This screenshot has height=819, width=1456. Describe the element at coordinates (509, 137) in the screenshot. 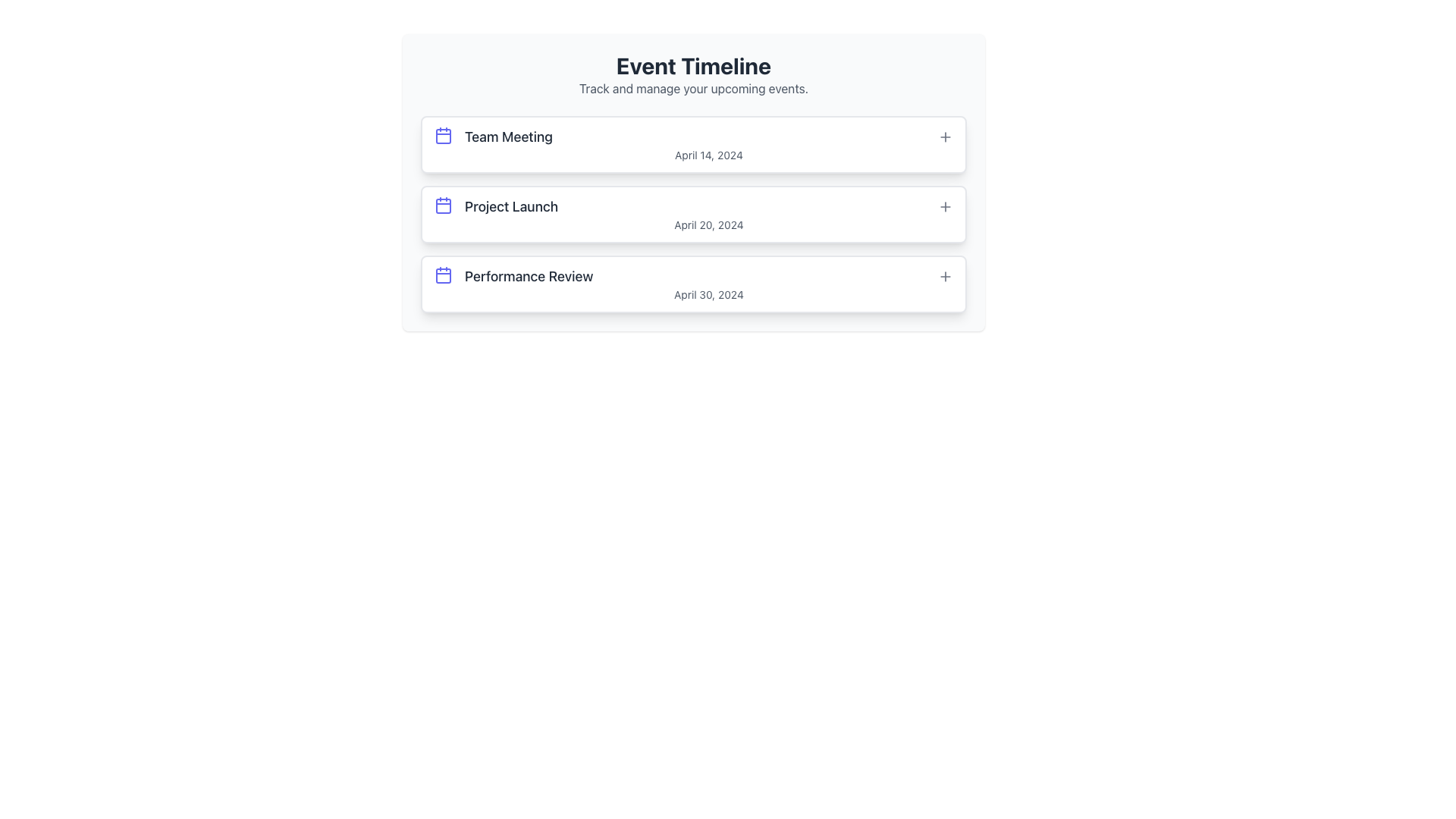

I see `the text label displaying 'Team Meeting', which is styled in medium bold font and is positioned to the left of a plus icon in the top-left section of the first entry in the 'Event Timeline' list` at that location.